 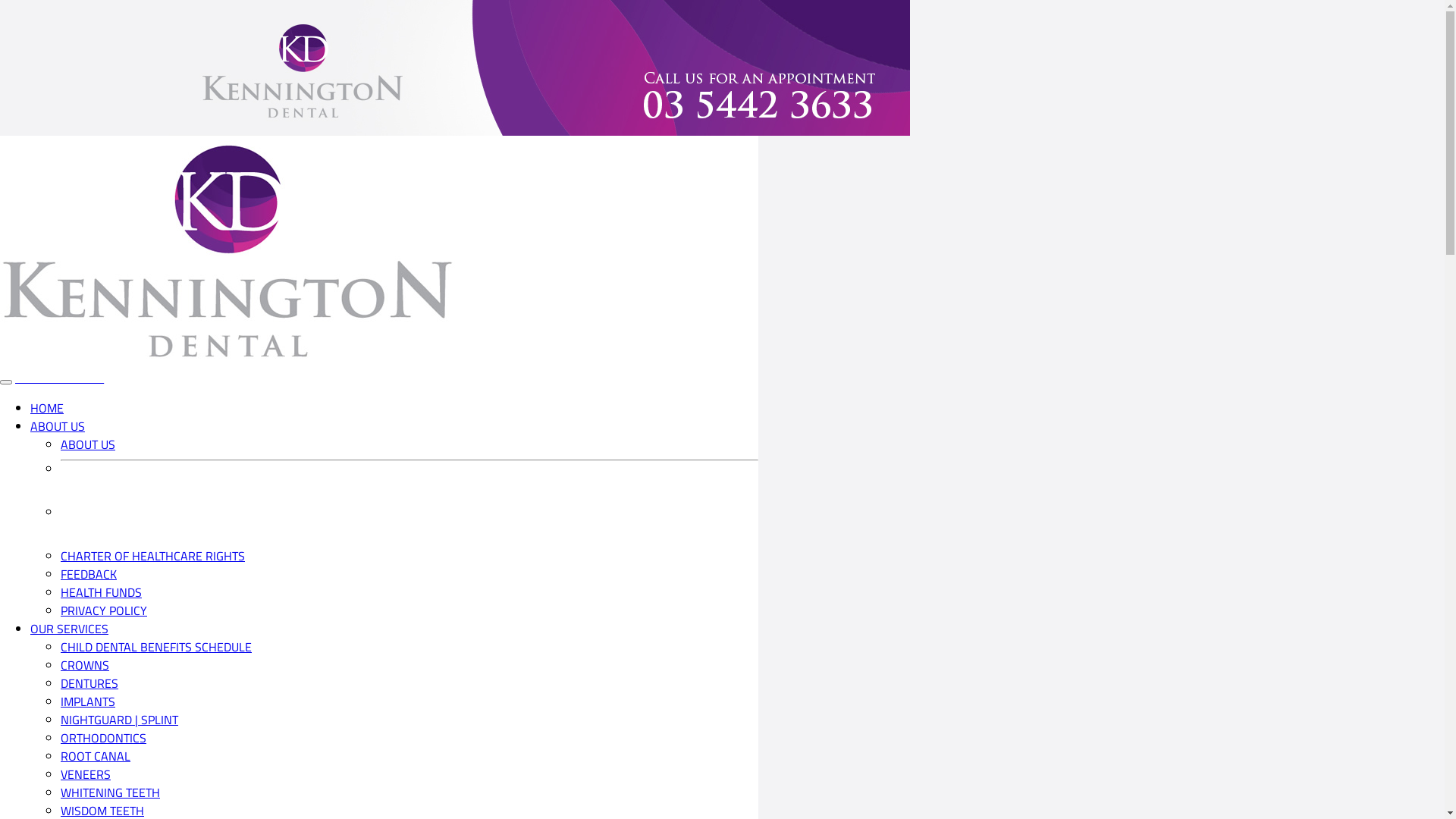 I want to click on 'ABOUT US', so click(x=86, y=444).